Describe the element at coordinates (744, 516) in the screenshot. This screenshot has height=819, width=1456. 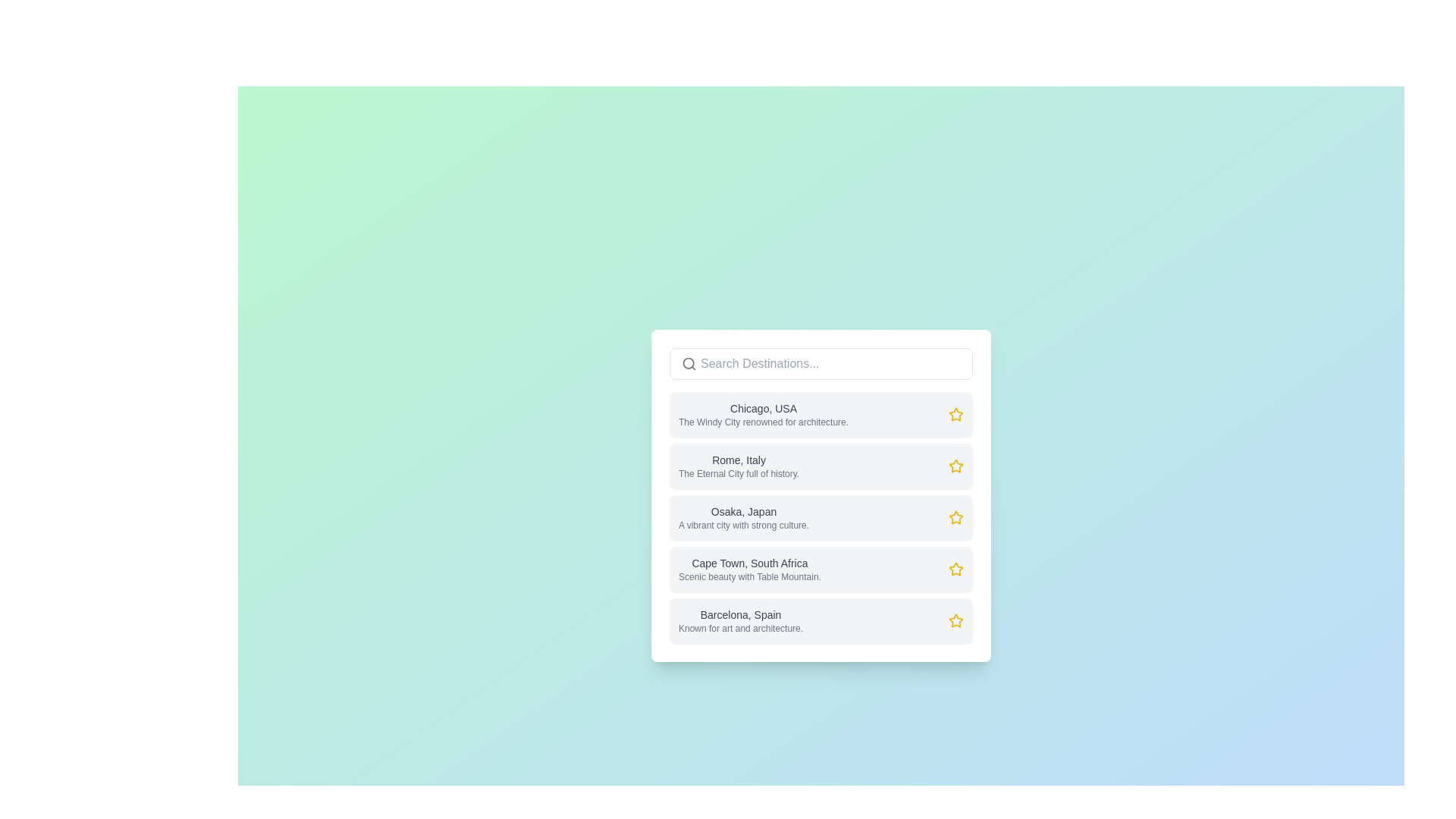
I see `the text block displaying 'Osaka, Japan' and its subtitle 'A vibrant city with strong culture'` at that location.